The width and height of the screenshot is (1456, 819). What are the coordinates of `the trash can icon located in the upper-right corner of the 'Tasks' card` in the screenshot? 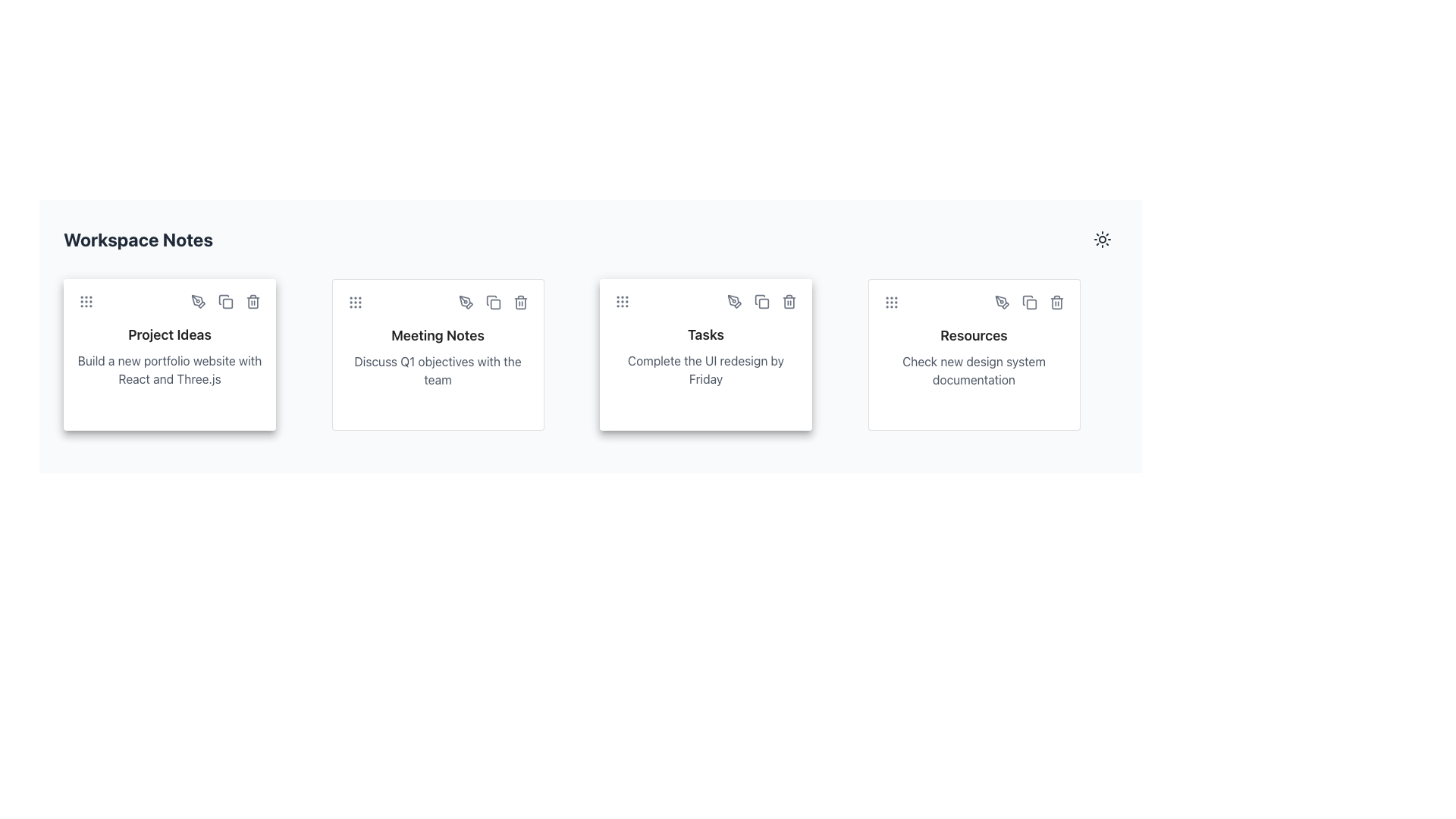 It's located at (789, 301).